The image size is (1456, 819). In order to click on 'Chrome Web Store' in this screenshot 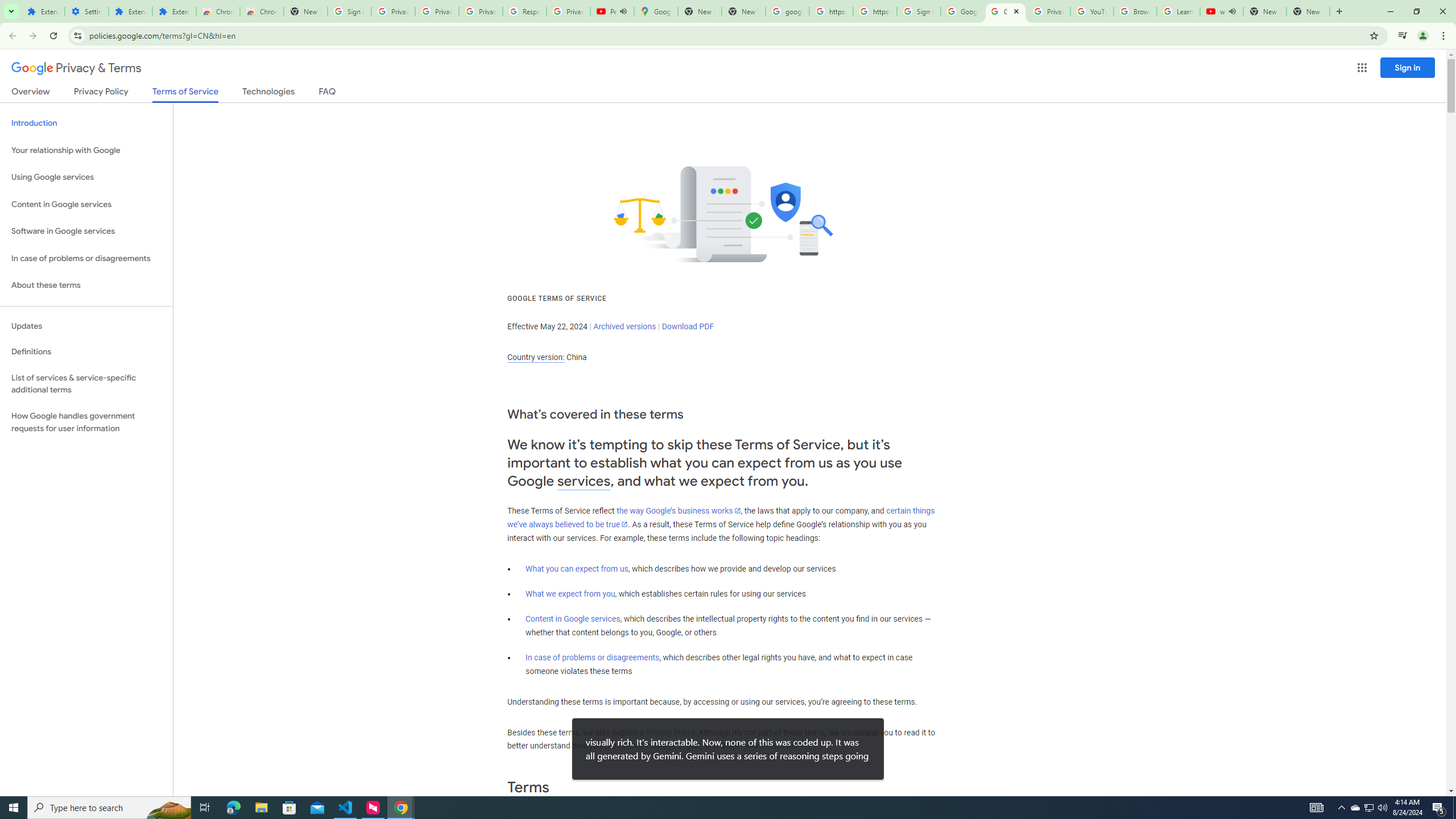, I will do `click(217, 11)`.